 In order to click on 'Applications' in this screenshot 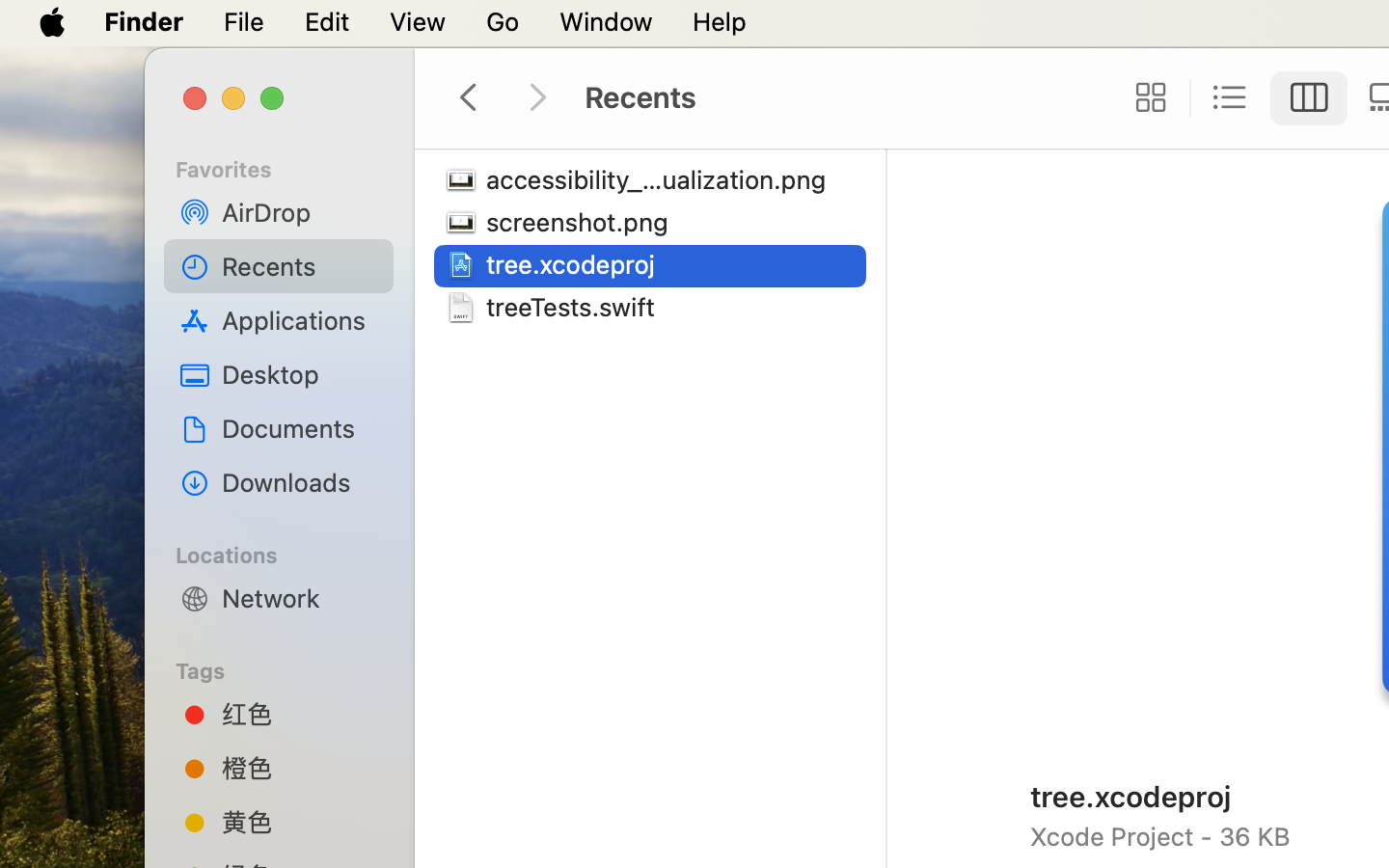, I will do `click(300, 319)`.